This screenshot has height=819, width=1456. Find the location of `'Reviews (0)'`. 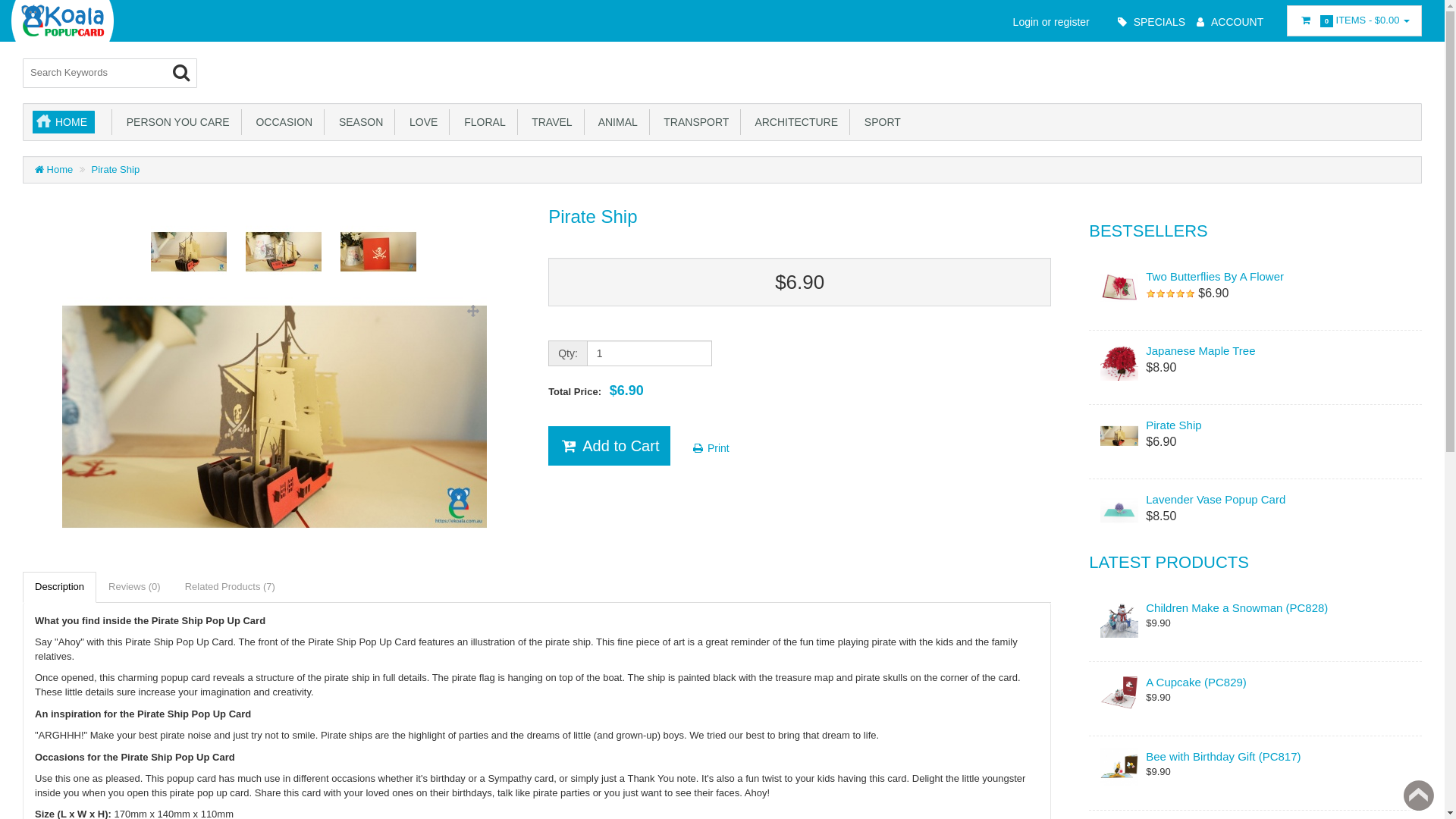

'Reviews (0)' is located at coordinates (134, 586).